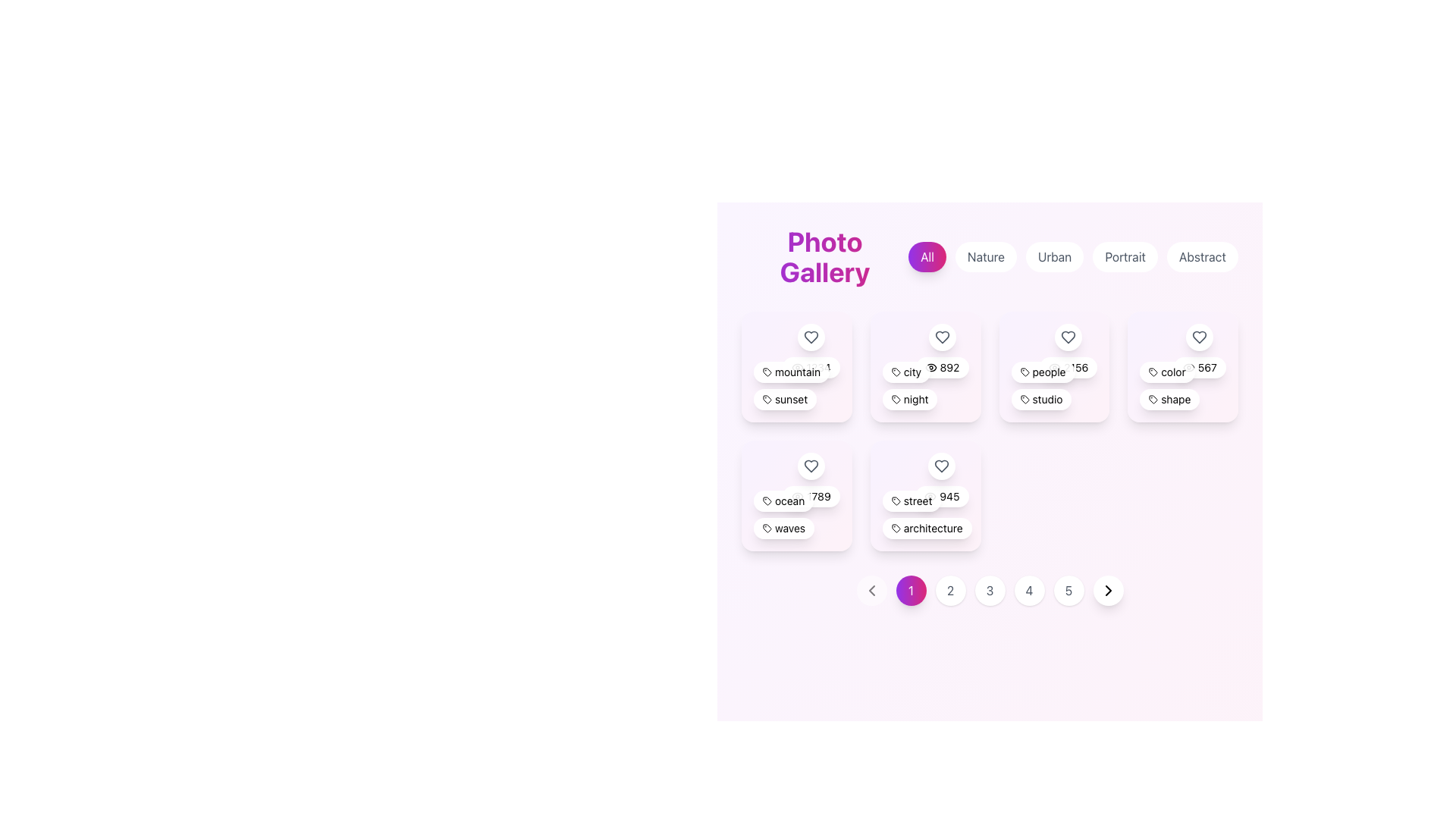 The width and height of the screenshot is (1456, 819). Describe the element at coordinates (767, 372) in the screenshot. I see `the pill-shaped button icon labeled 'mountain' located in the top-left card of the grid layout, which visually represents the thematic tag associated with the text 'mountain'` at that location.